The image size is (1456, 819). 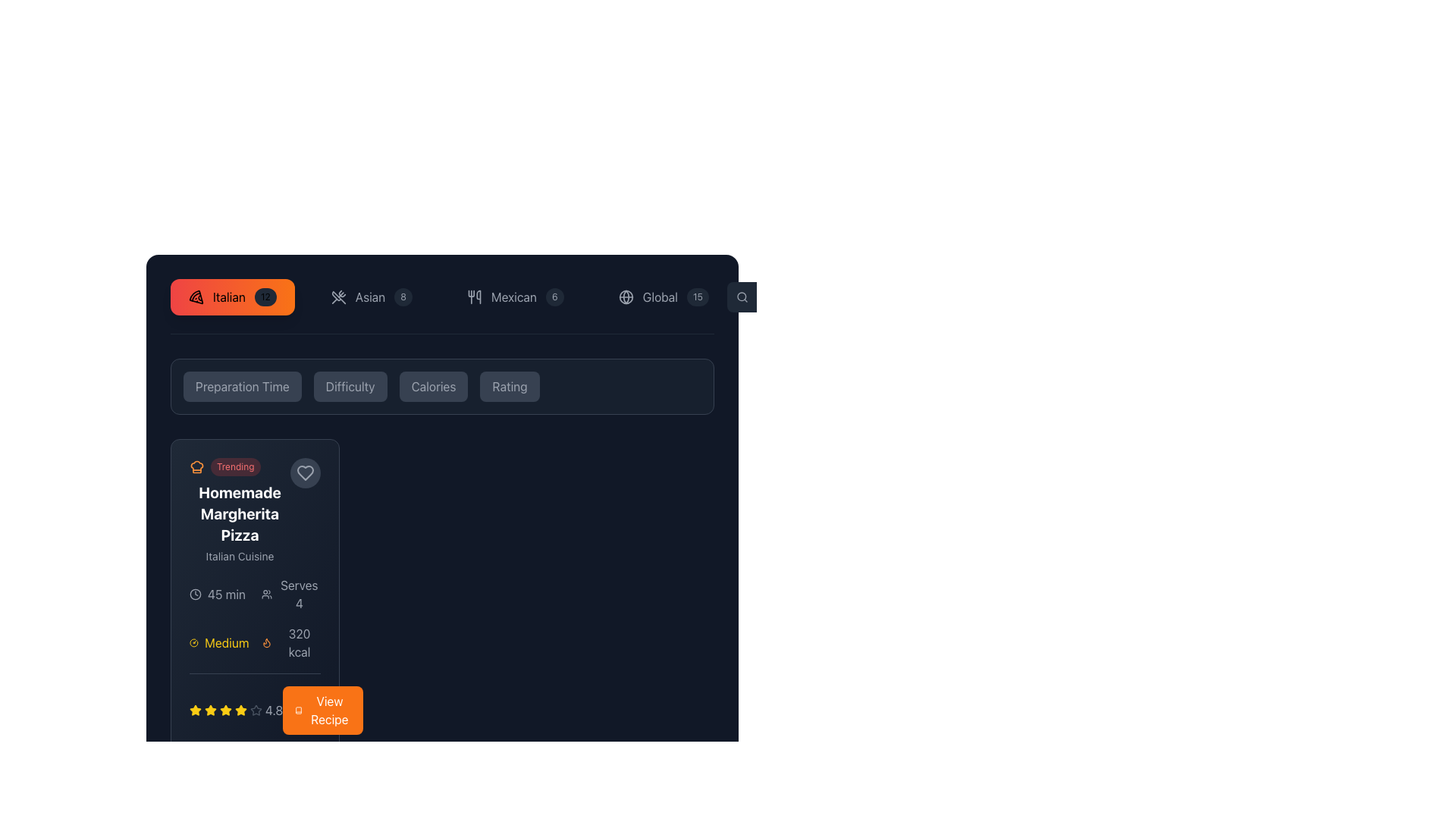 What do you see at coordinates (298, 711) in the screenshot?
I see `the small book-shaped icon located to the left of the 'View Recipe' button with an orange background and rounded corners` at bounding box center [298, 711].